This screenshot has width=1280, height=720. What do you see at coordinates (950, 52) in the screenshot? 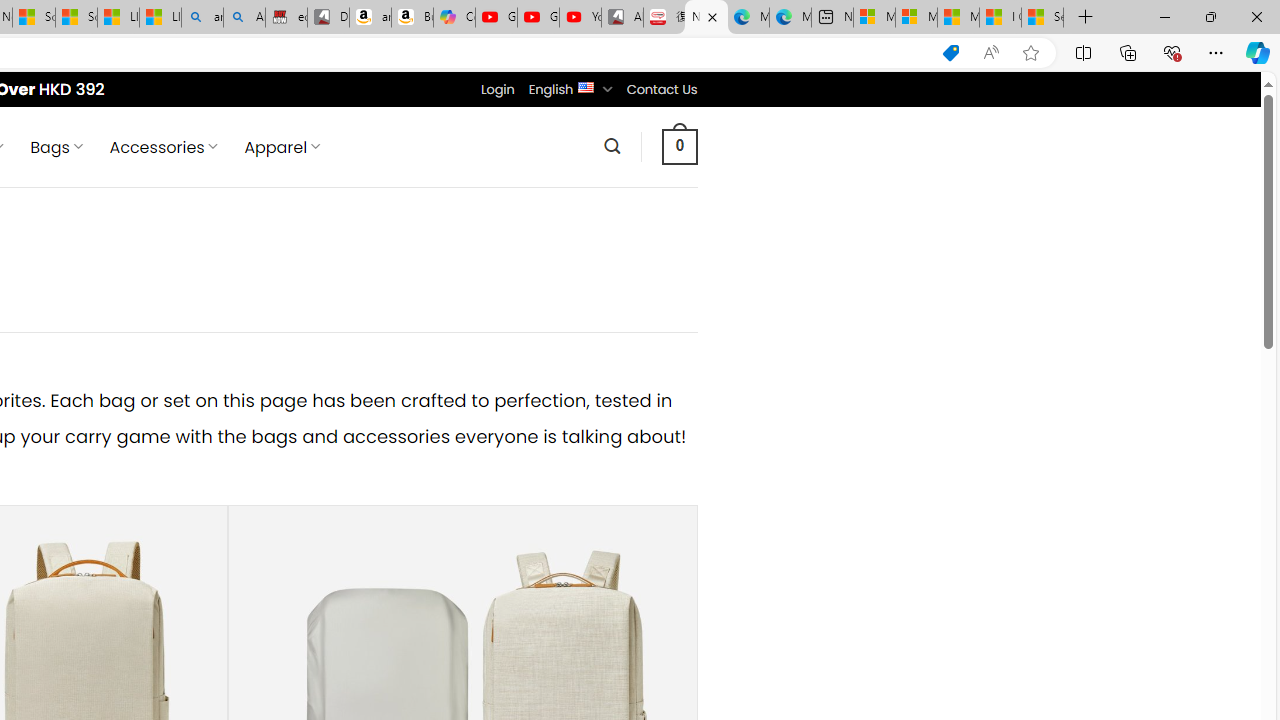
I see `'This site has coupons! Shopping in Microsoft Edge'` at bounding box center [950, 52].